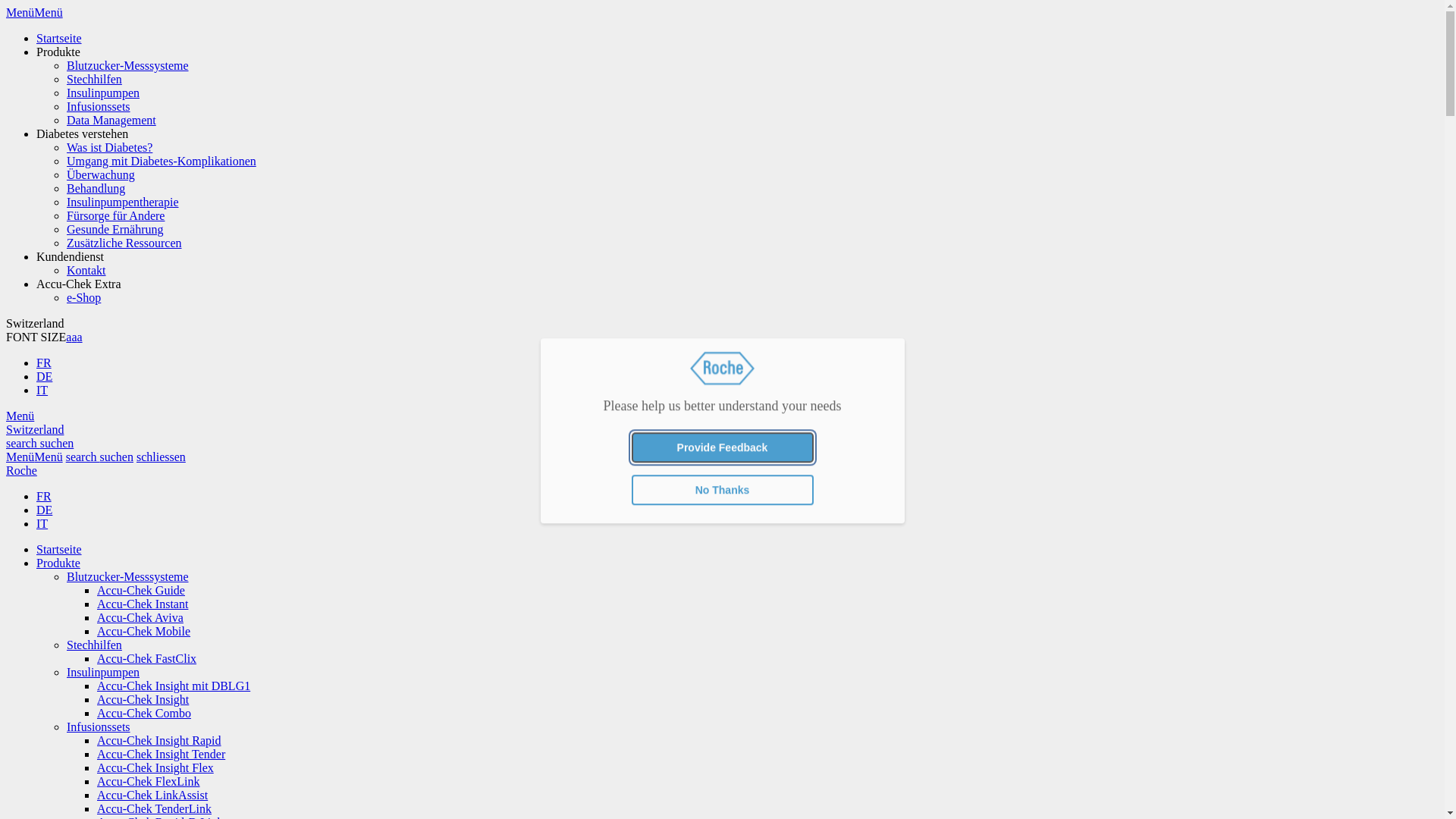 This screenshot has height=819, width=1456. Describe the element at coordinates (142, 603) in the screenshot. I see `'Accu-Chek Instant'` at that location.